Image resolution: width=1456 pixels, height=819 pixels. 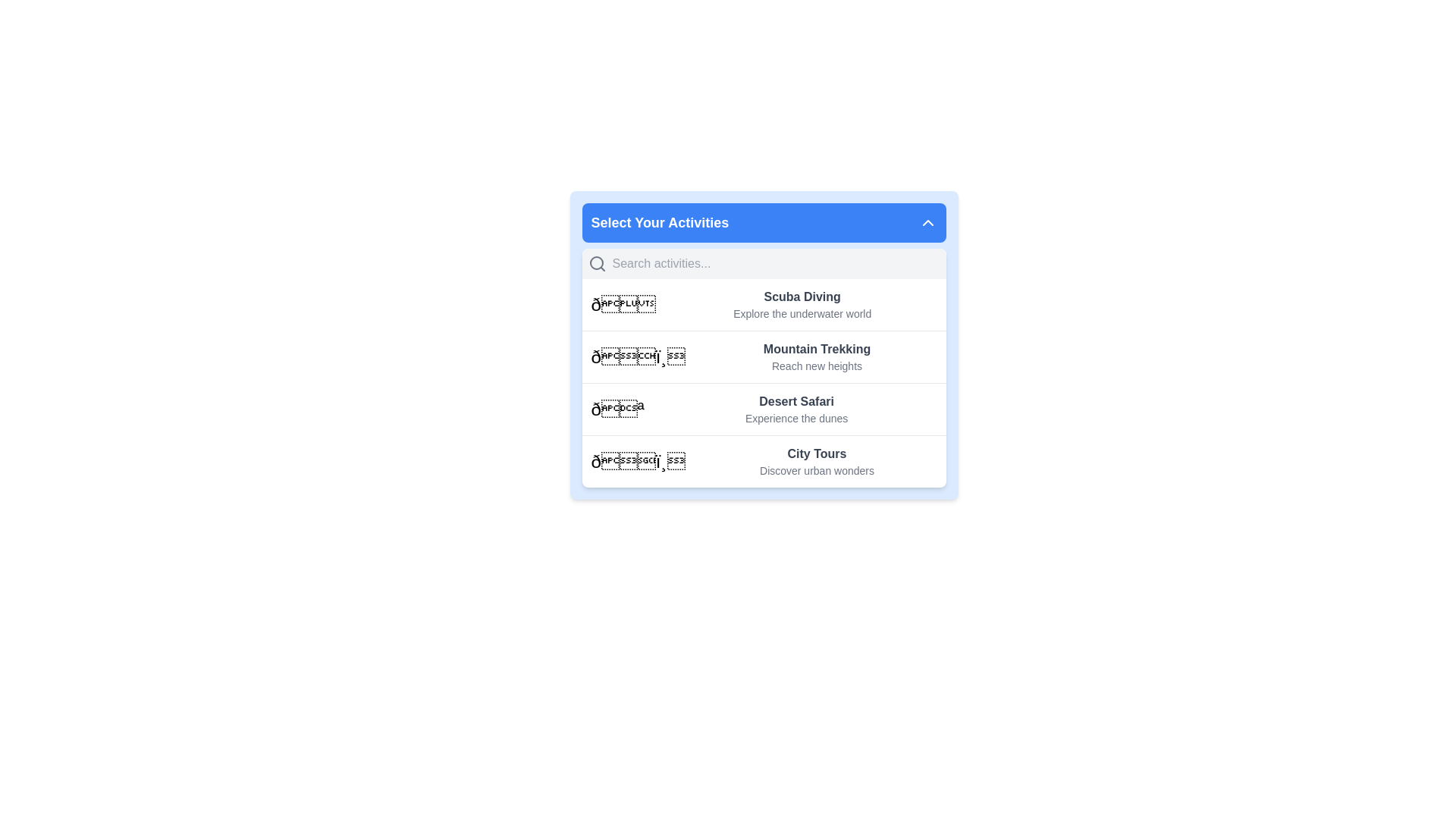 I want to click on text label serving as the title for the 'Desert Safari' activity, which is located in the third row of the activities list under 'Select Your Activities', so click(x=795, y=400).